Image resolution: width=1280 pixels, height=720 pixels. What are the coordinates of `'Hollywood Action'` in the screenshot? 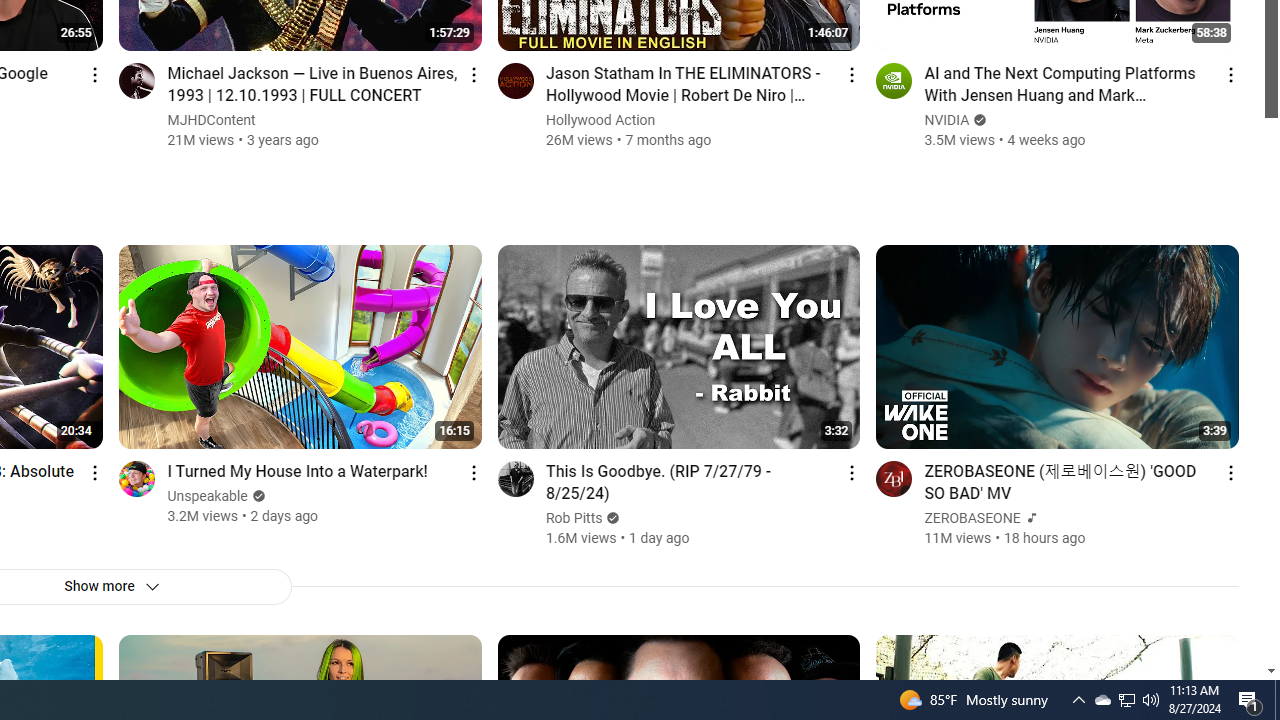 It's located at (599, 120).